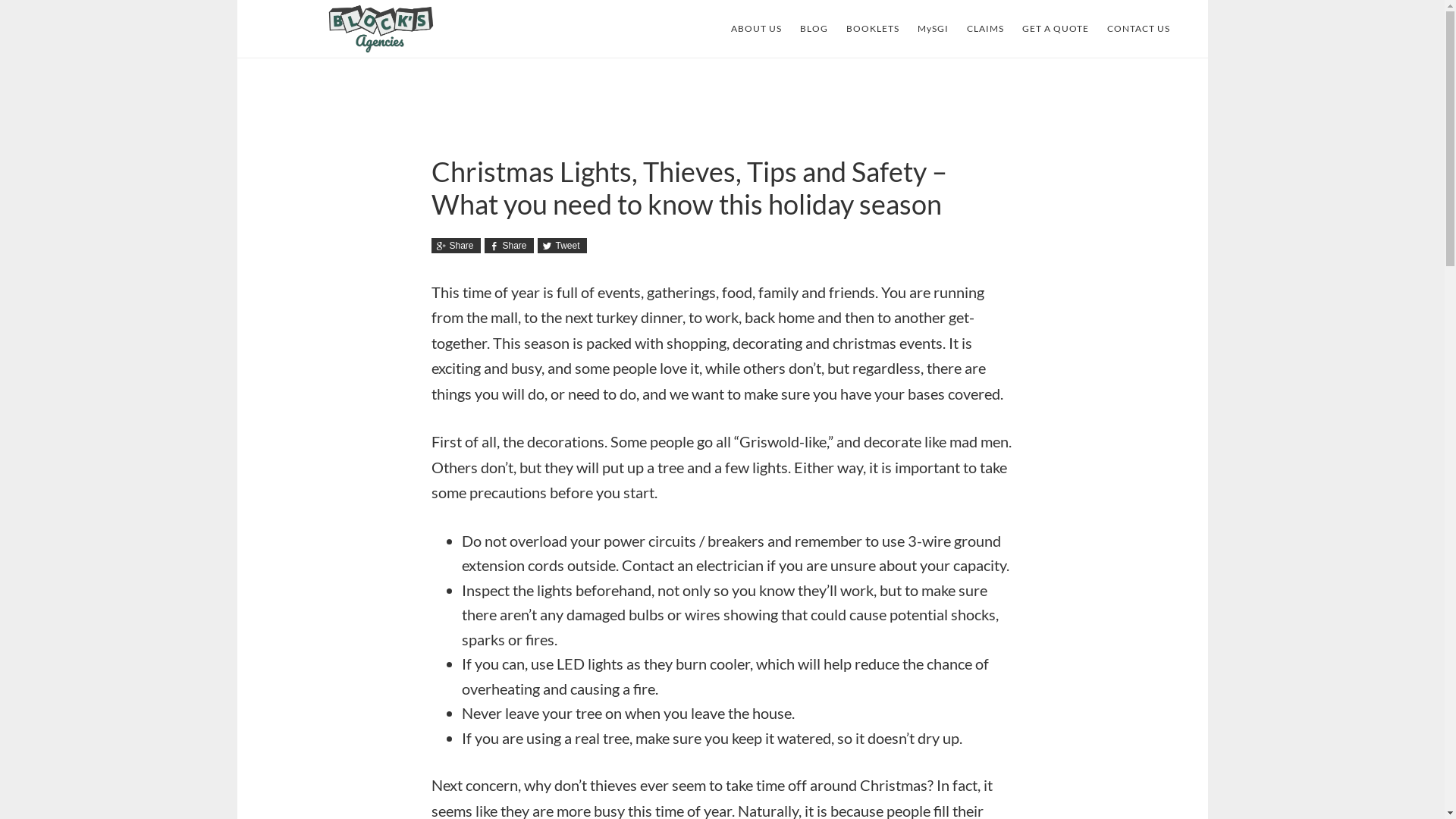 The width and height of the screenshot is (1456, 819). What do you see at coordinates (873, 29) in the screenshot?
I see `'BOOKLETS'` at bounding box center [873, 29].